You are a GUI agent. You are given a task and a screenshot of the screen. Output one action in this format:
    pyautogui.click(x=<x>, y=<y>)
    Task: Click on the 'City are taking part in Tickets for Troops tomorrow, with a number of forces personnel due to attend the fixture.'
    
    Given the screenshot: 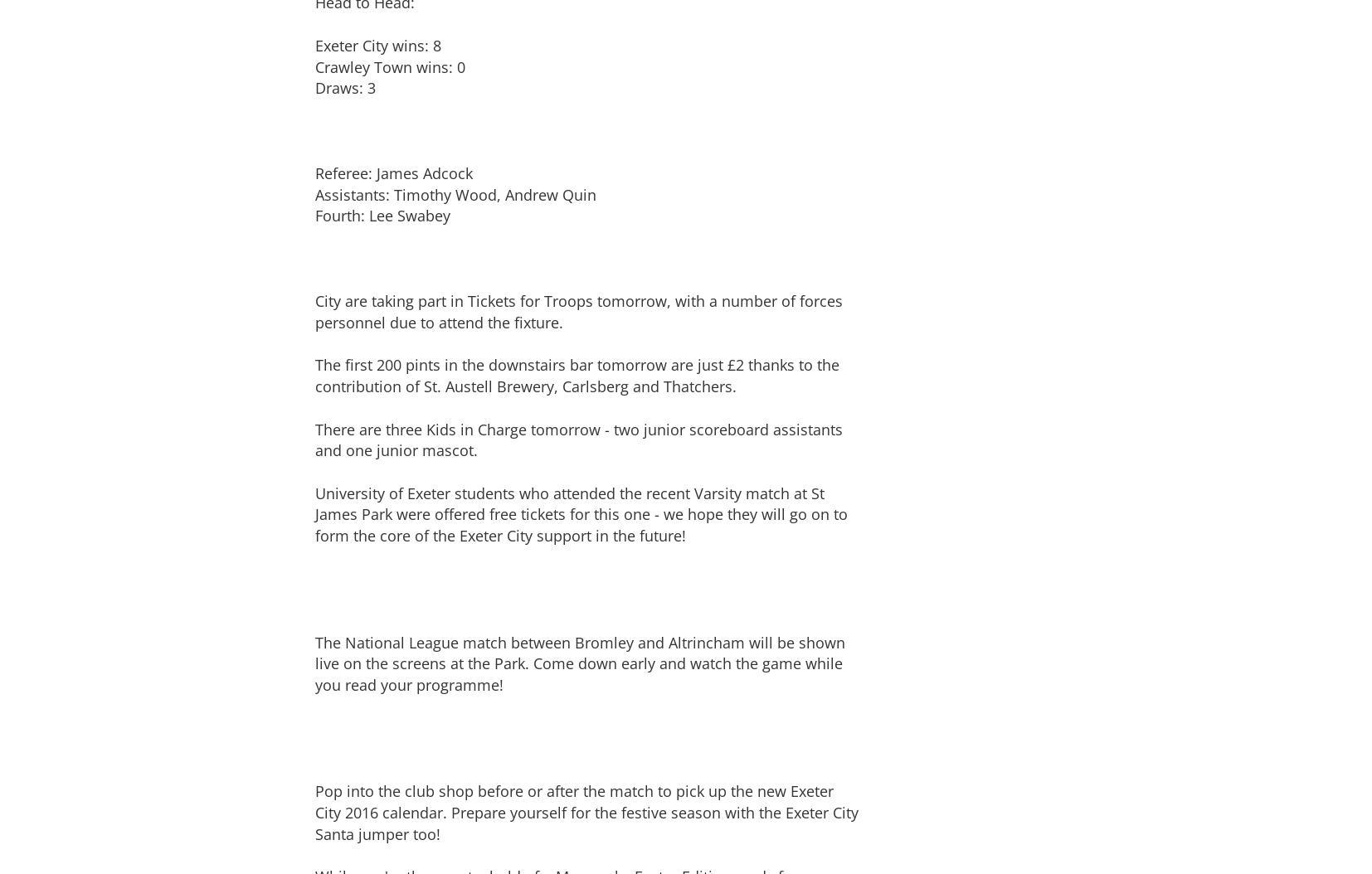 What is the action you would take?
    pyautogui.click(x=578, y=310)
    